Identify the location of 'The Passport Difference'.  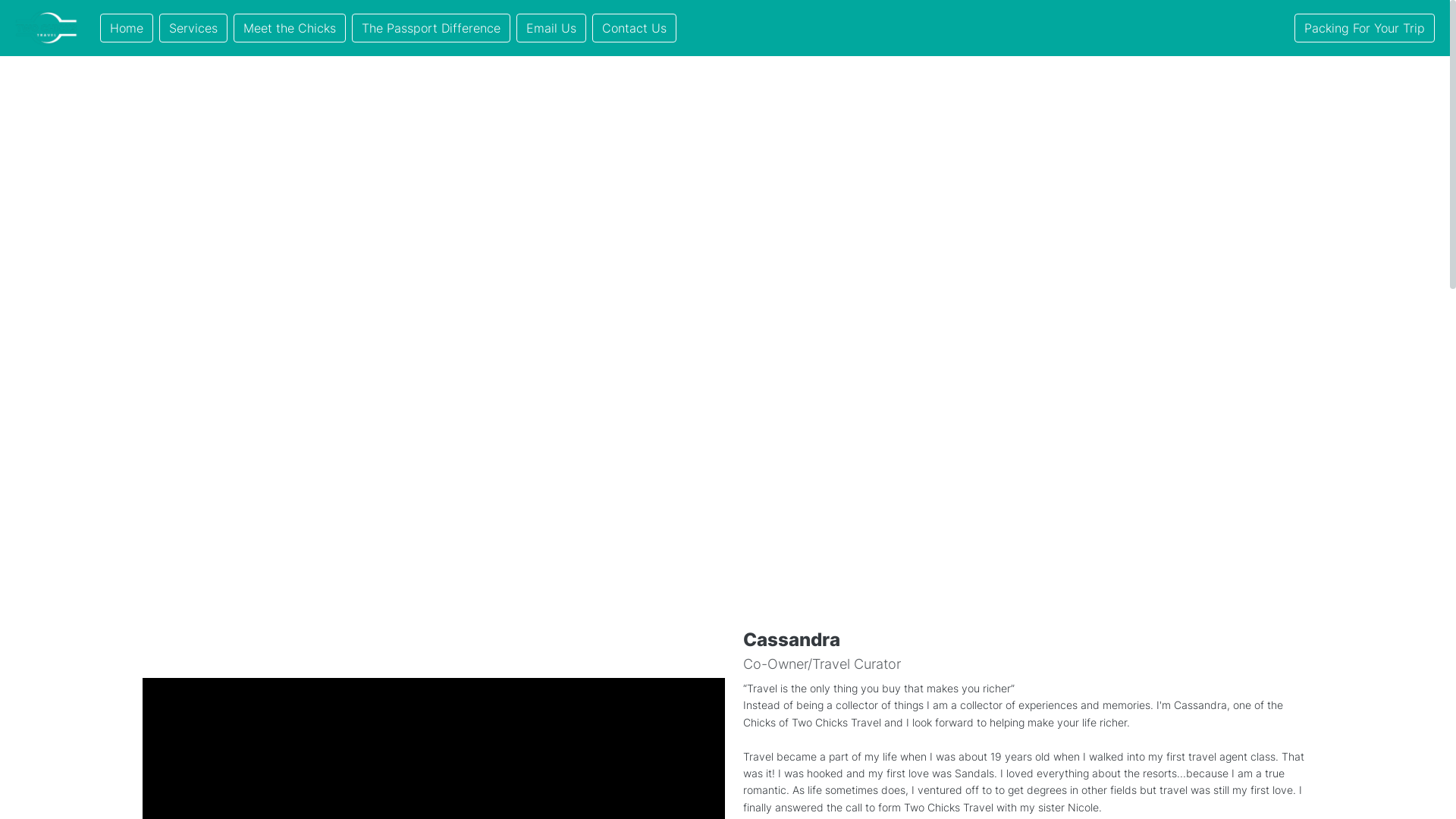
(351, 28).